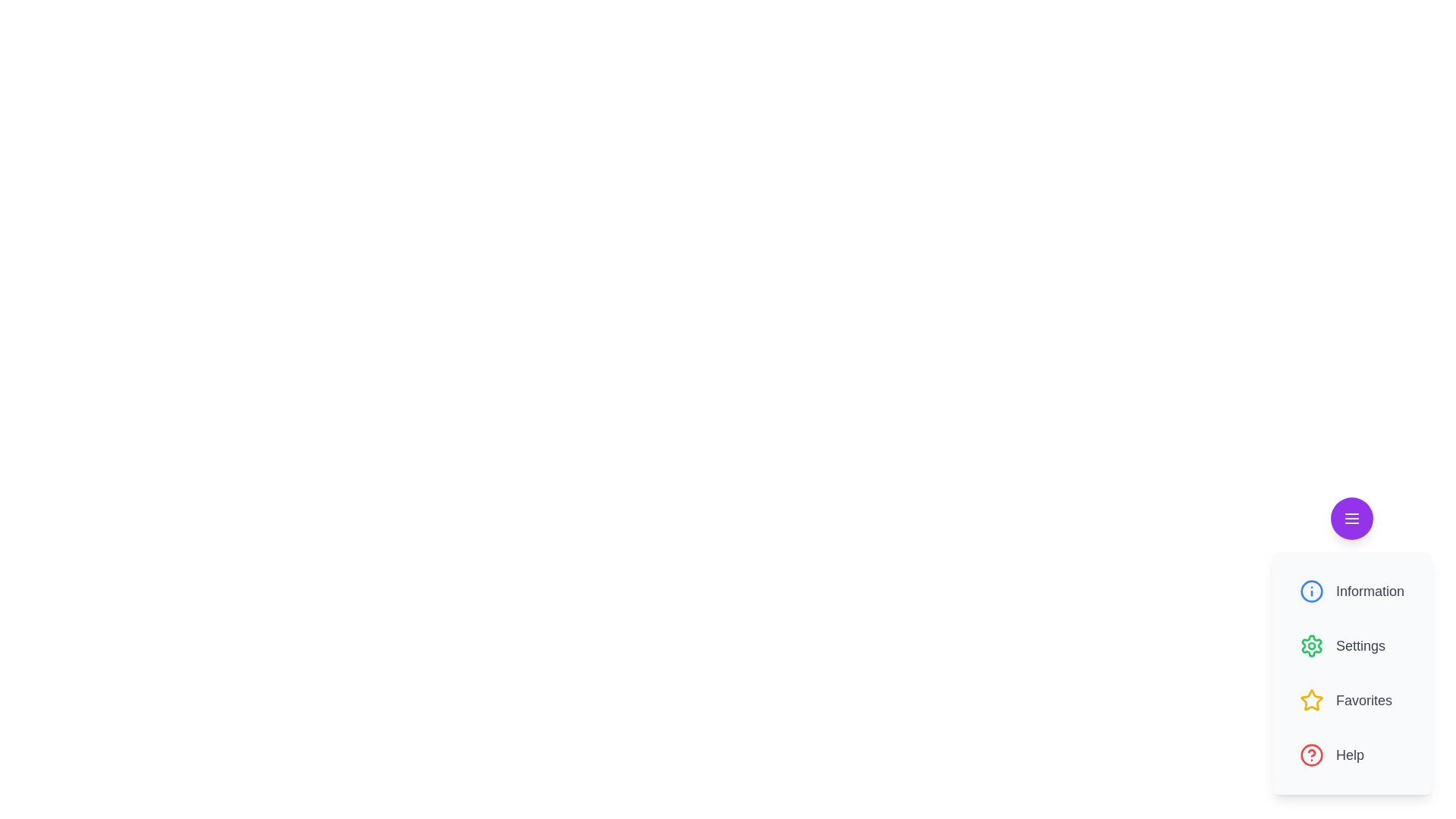 The height and width of the screenshot is (819, 1456). I want to click on the Favorites button in the menu, so click(1351, 701).